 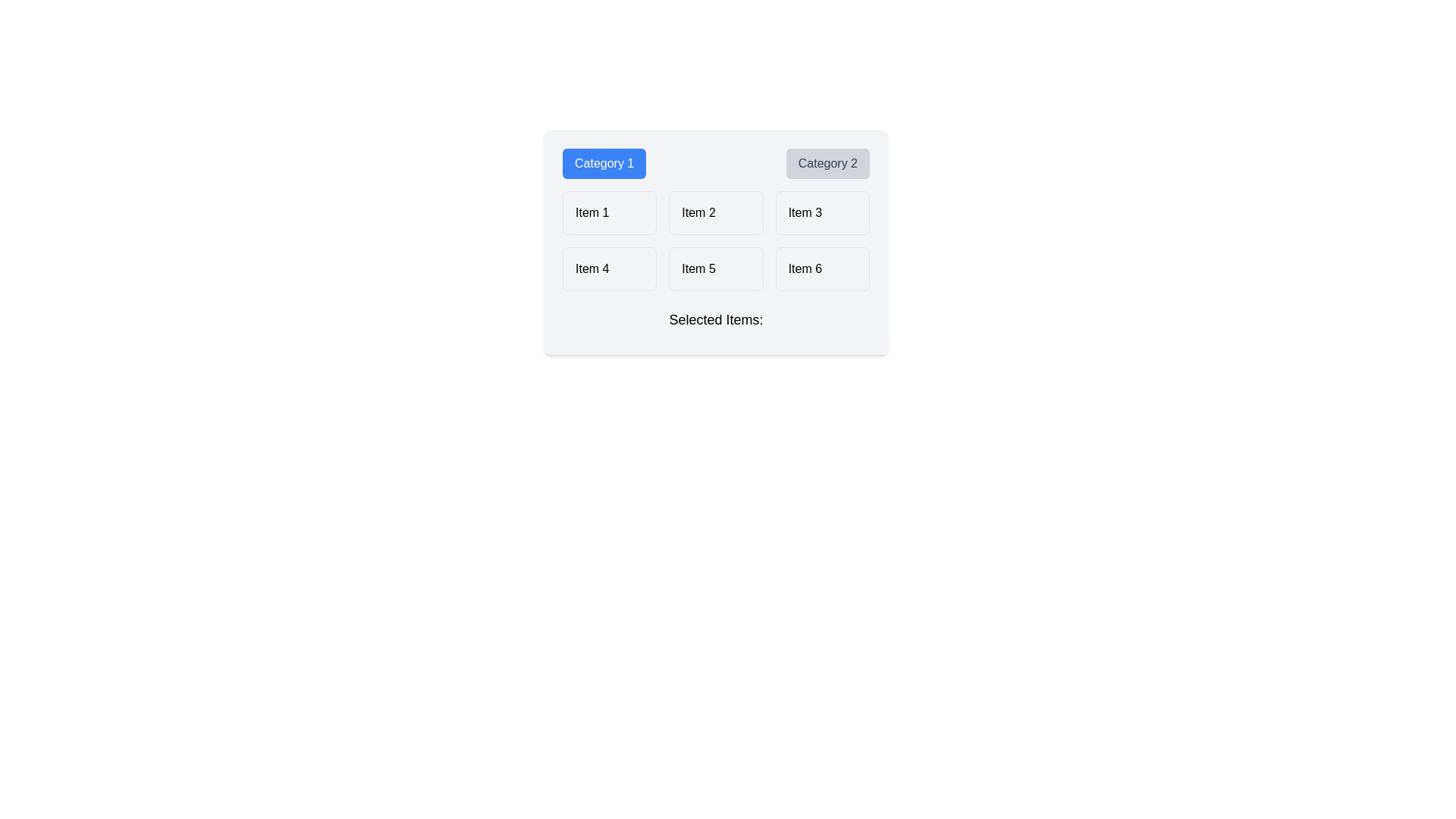 What do you see at coordinates (715, 213) in the screenshot?
I see `the button labeled 'Item 2', which is the second item in a 3x2 grid layout, to execute its associated action` at bounding box center [715, 213].